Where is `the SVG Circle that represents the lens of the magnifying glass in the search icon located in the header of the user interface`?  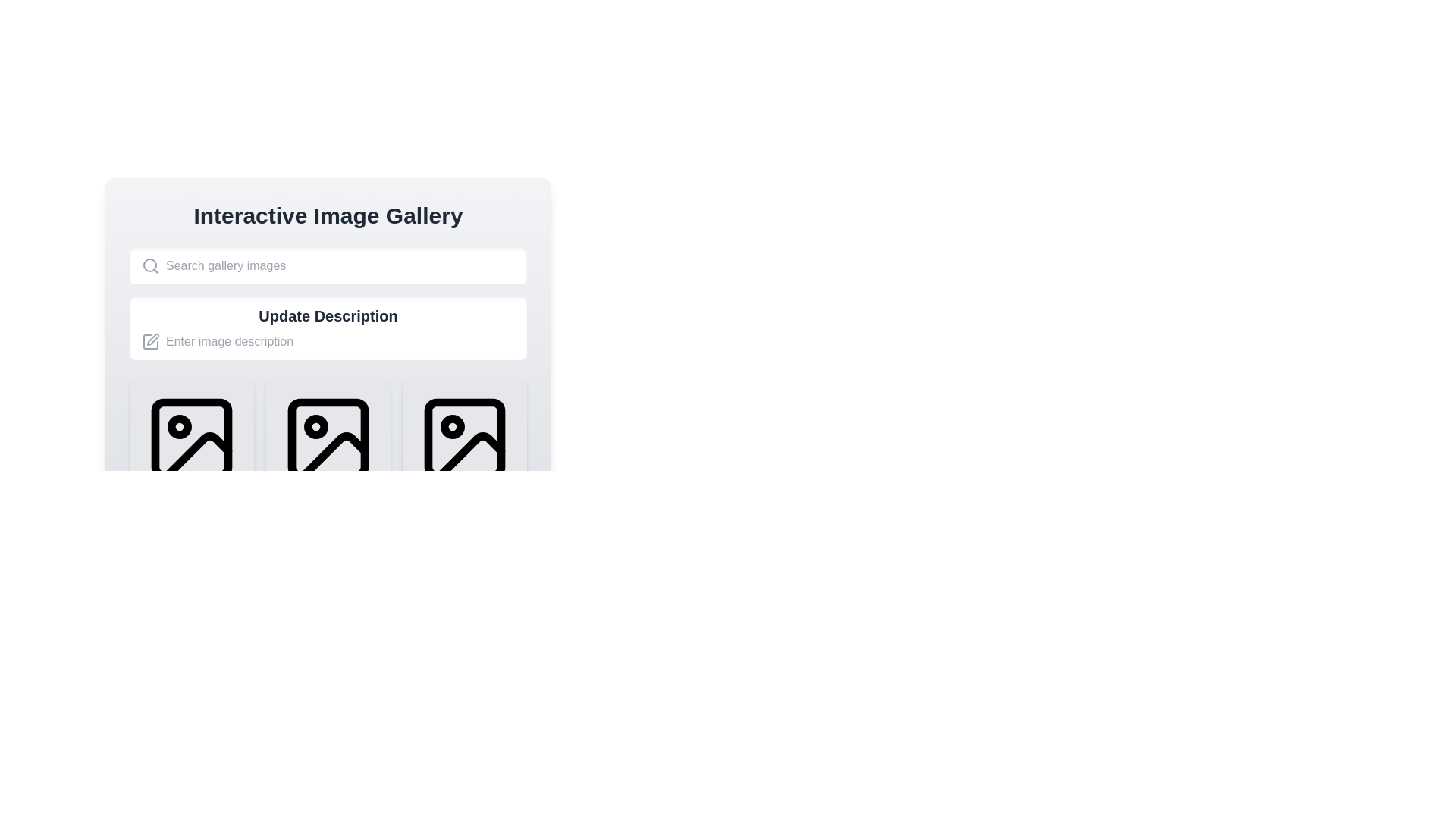 the SVG Circle that represents the lens of the magnifying glass in the search icon located in the header of the user interface is located at coordinates (149, 265).